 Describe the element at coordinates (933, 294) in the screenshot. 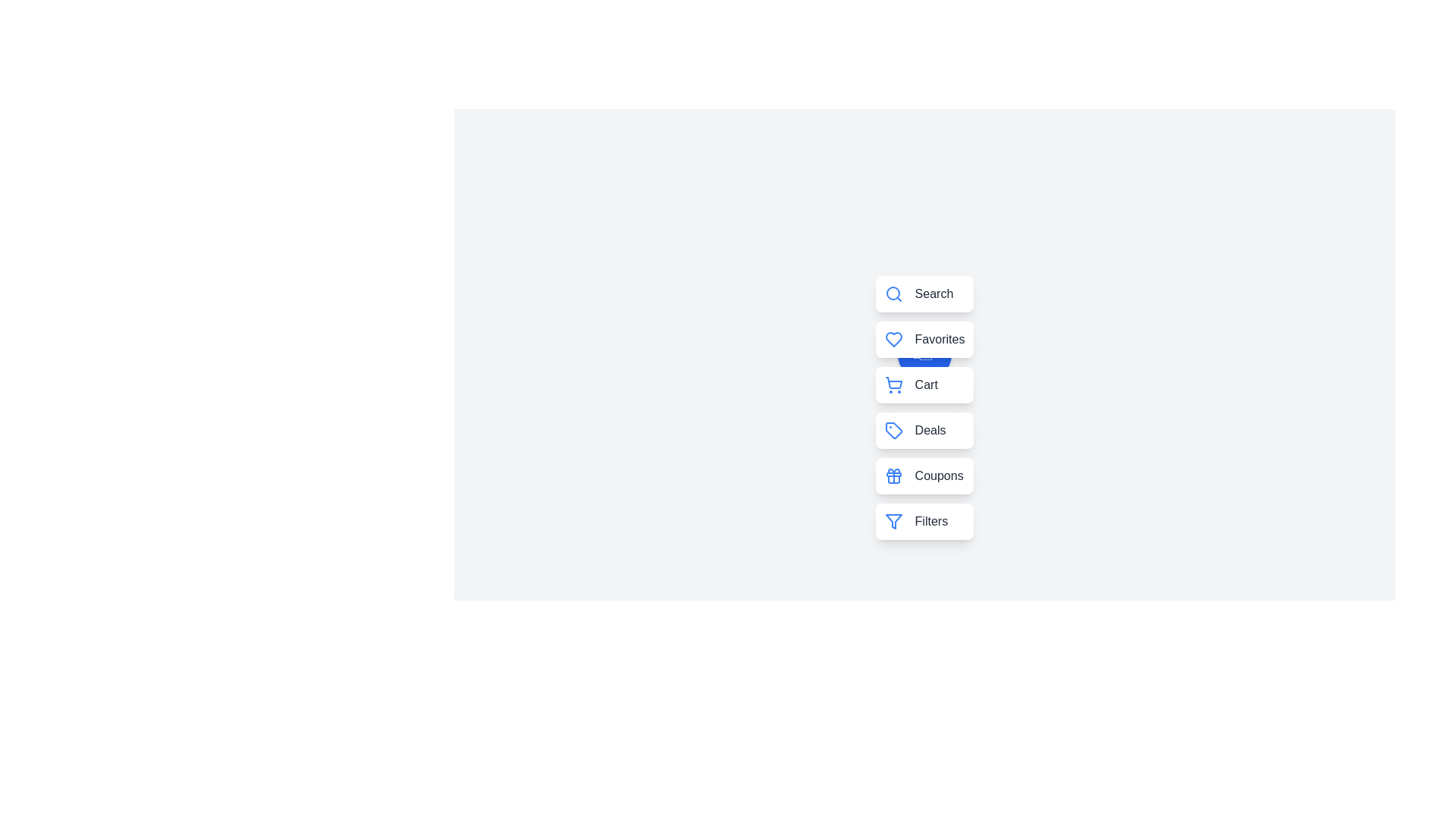

I see `the Text Label that indicates the purpose of the associated button or interactive search feature, positioned to the right of the magnifying glass icon at the top of a vertical list of options` at that location.